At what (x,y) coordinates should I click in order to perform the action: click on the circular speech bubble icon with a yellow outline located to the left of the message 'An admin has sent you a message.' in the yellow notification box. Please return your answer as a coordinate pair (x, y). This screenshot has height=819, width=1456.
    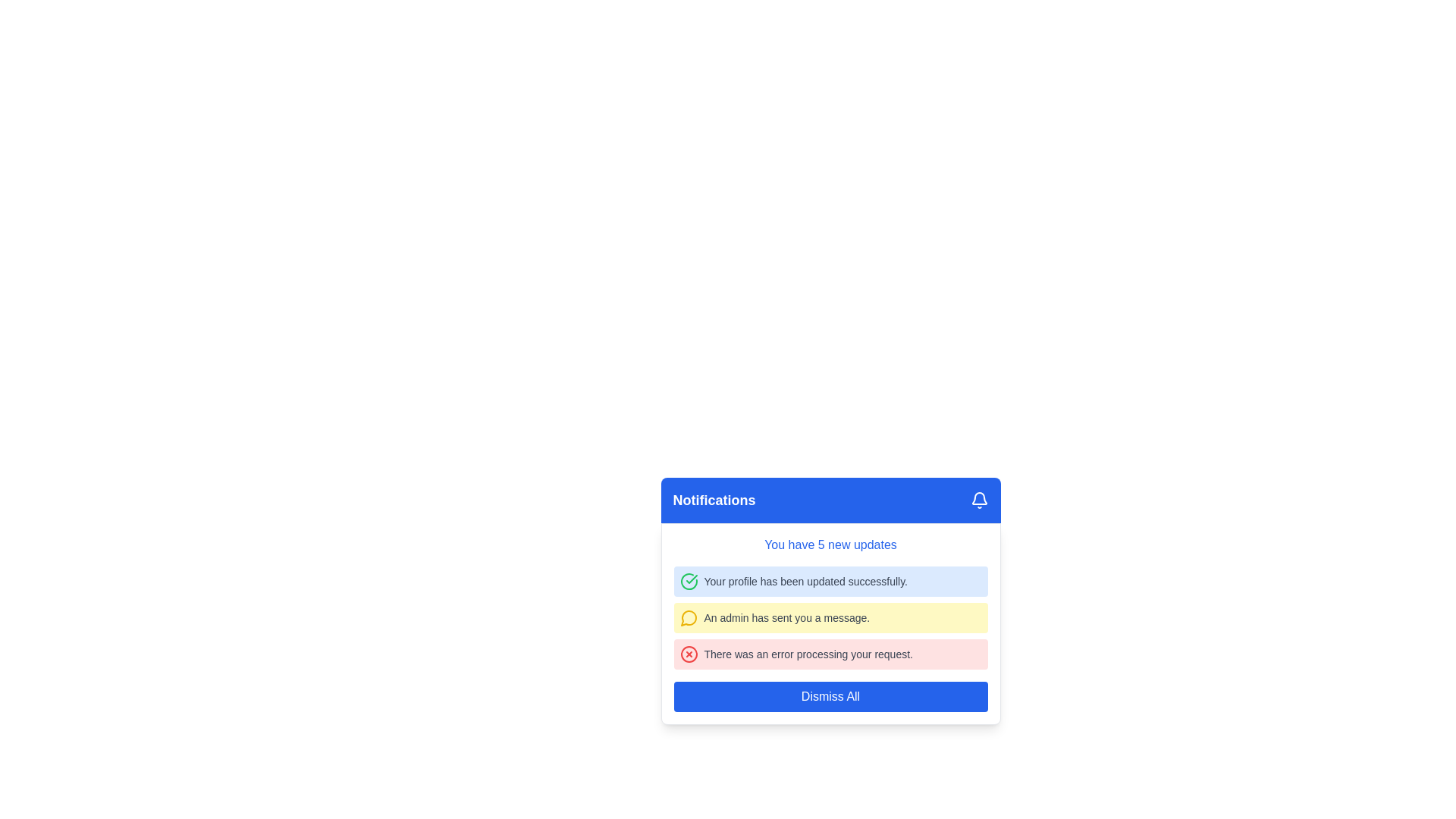
    Looking at the image, I should click on (688, 617).